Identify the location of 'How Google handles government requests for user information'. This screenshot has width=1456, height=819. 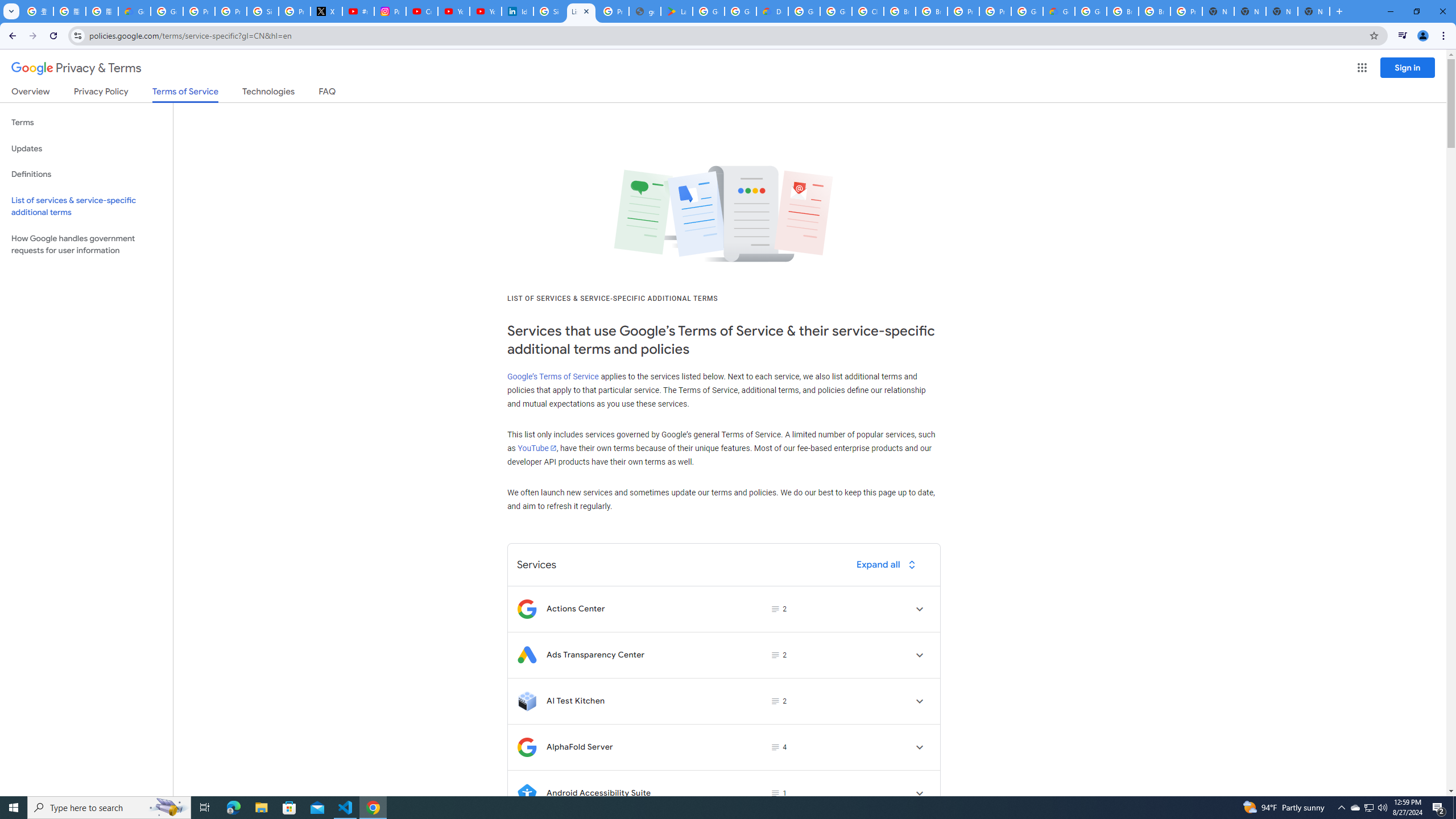
(86, 243).